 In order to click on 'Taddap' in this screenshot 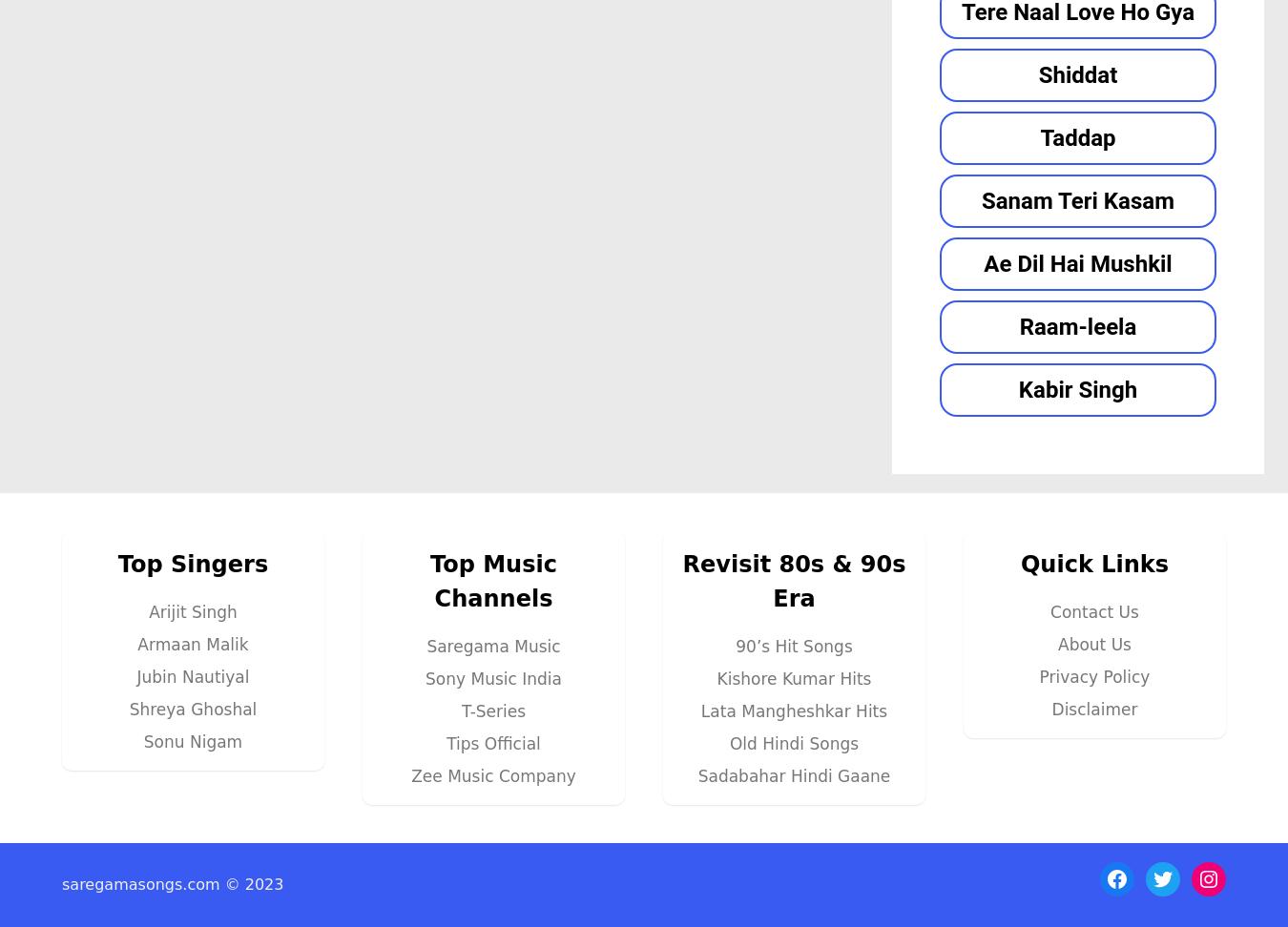, I will do `click(1076, 136)`.